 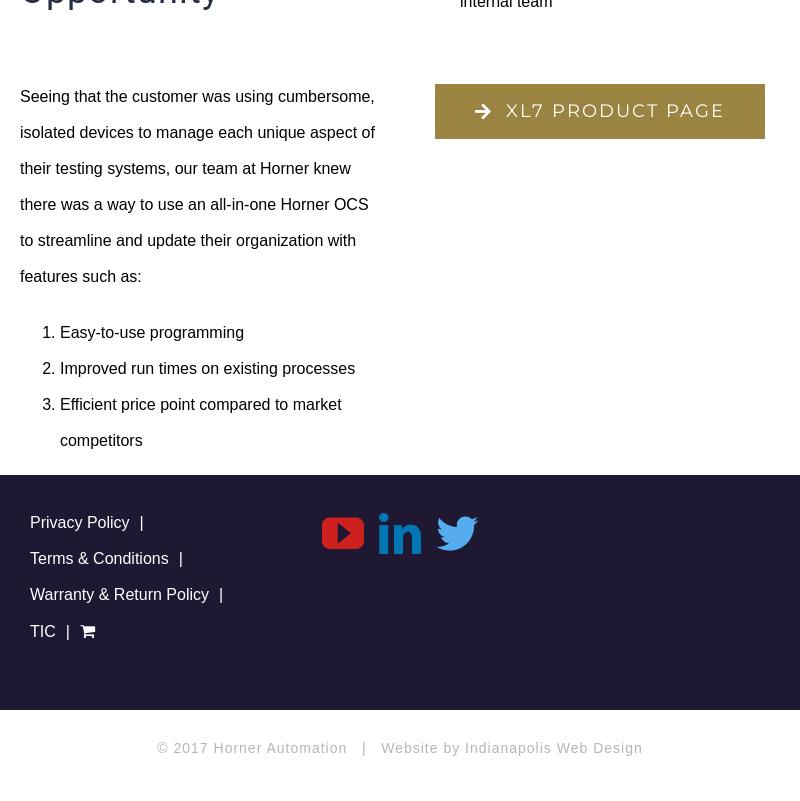 What do you see at coordinates (41, 629) in the screenshot?
I see `'TIC'` at bounding box center [41, 629].